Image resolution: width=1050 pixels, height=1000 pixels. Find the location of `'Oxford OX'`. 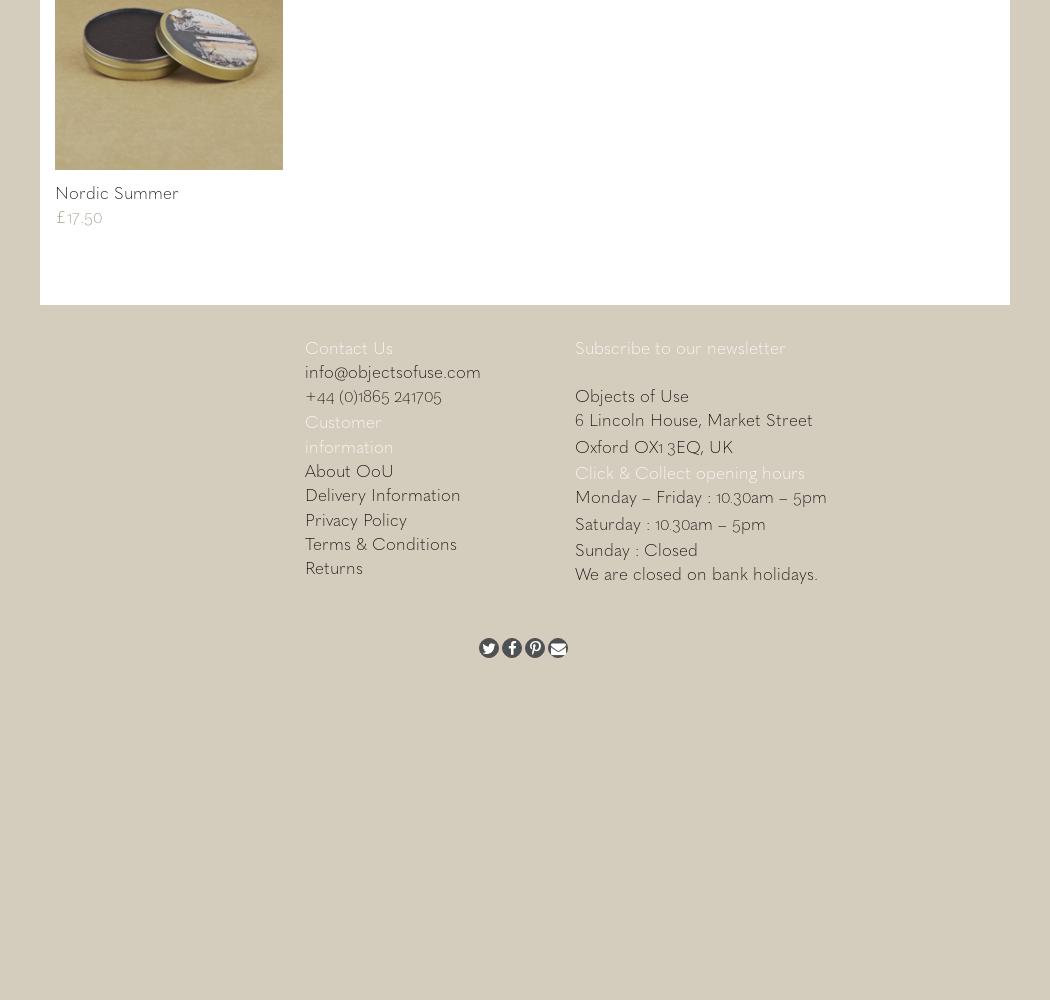

'Oxford OX' is located at coordinates (616, 443).